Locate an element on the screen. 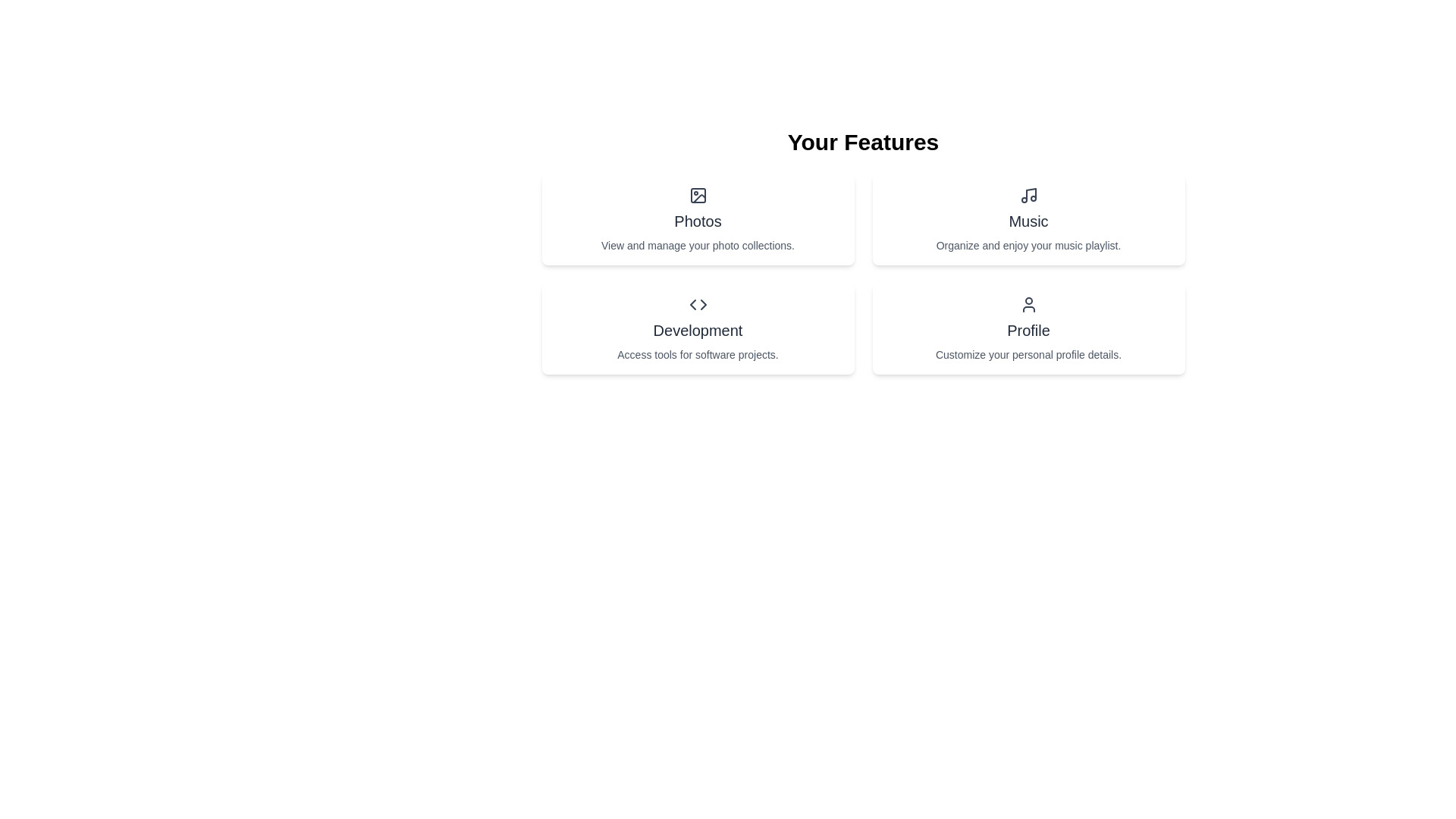 The image size is (1456, 819). the user profile icon located at the top center of the 'Profile' section card, above the text 'Profile' is located at coordinates (1028, 304).